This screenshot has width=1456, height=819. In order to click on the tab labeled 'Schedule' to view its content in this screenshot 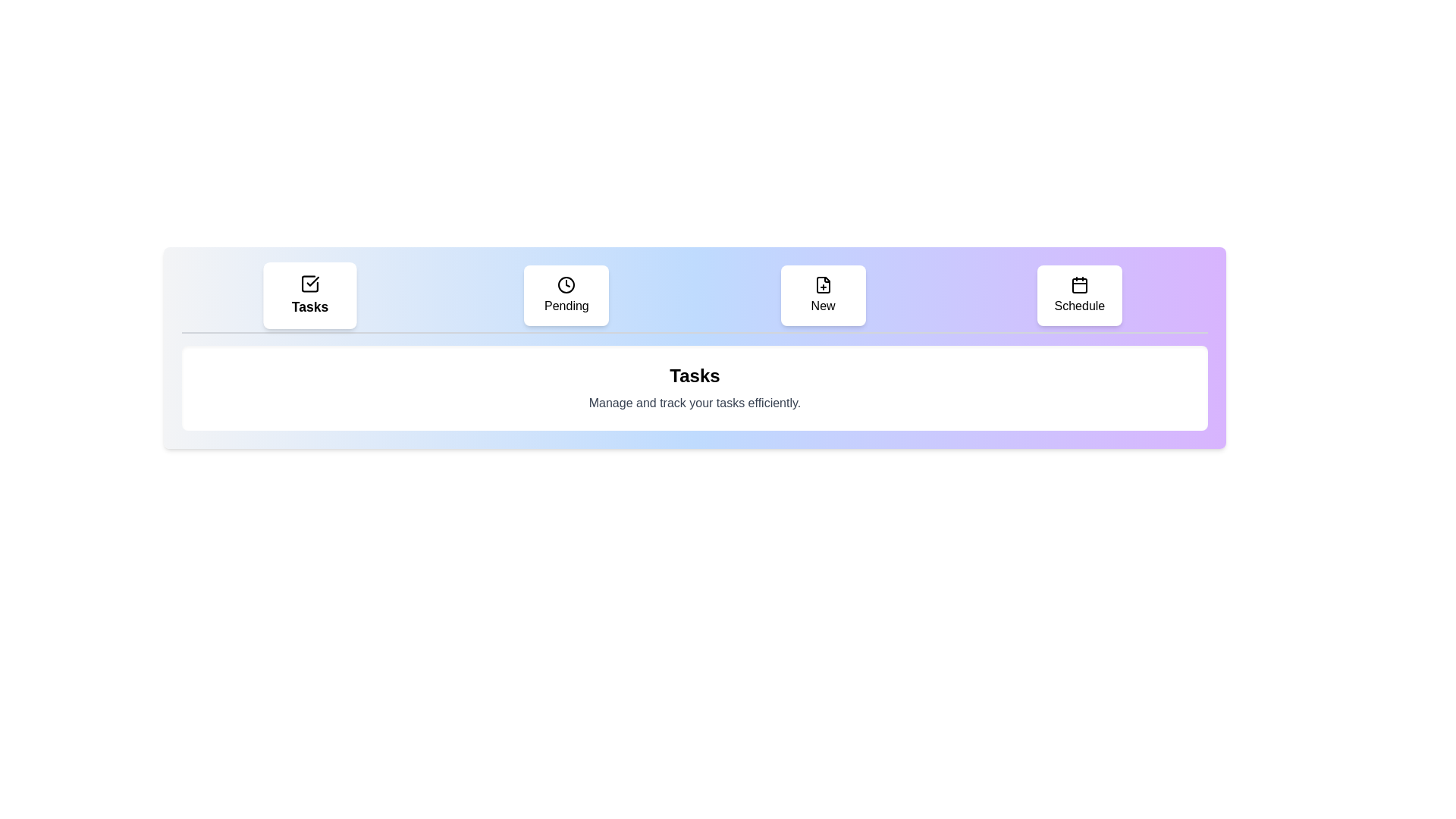, I will do `click(1078, 295)`.